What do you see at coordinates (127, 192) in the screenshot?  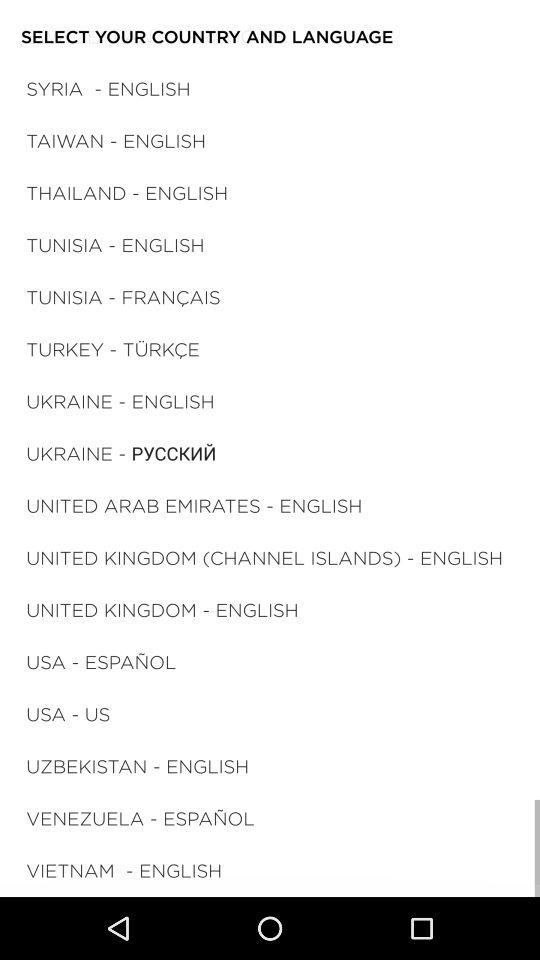 I see `the thailand - english item` at bounding box center [127, 192].